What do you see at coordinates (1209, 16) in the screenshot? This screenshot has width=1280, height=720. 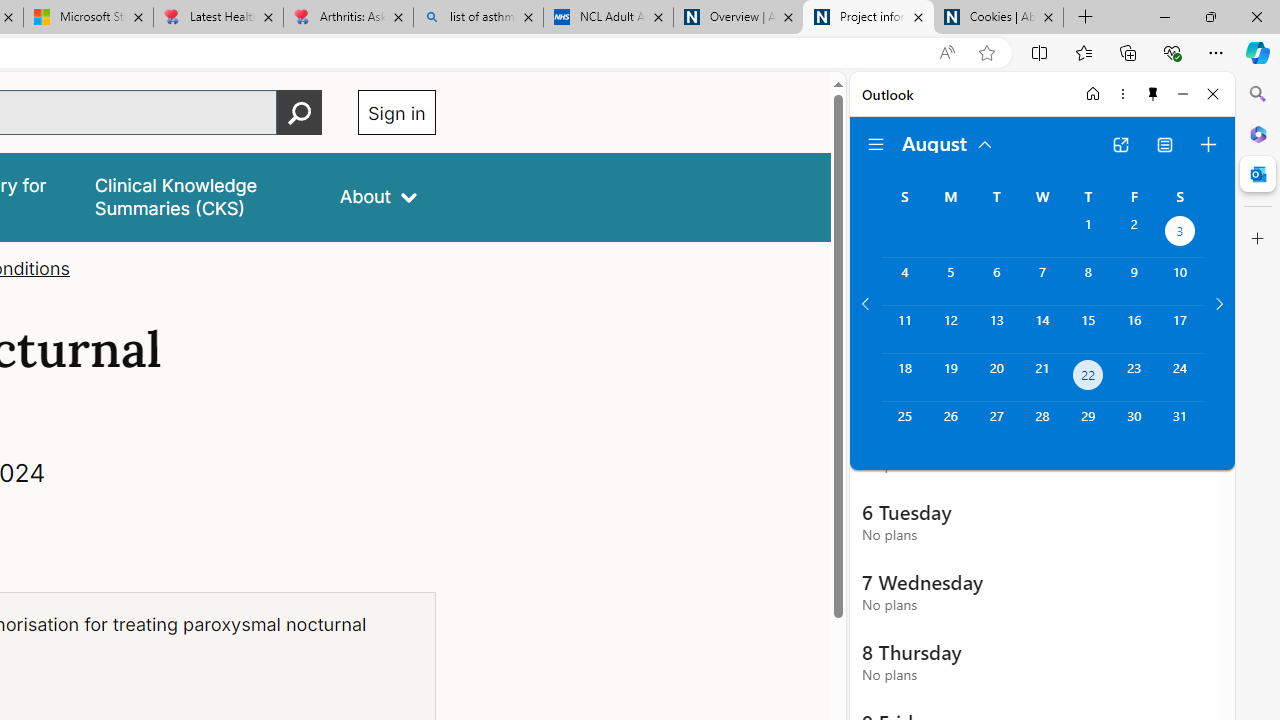 I see `'Restore'` at bounding box center [1209, 16].